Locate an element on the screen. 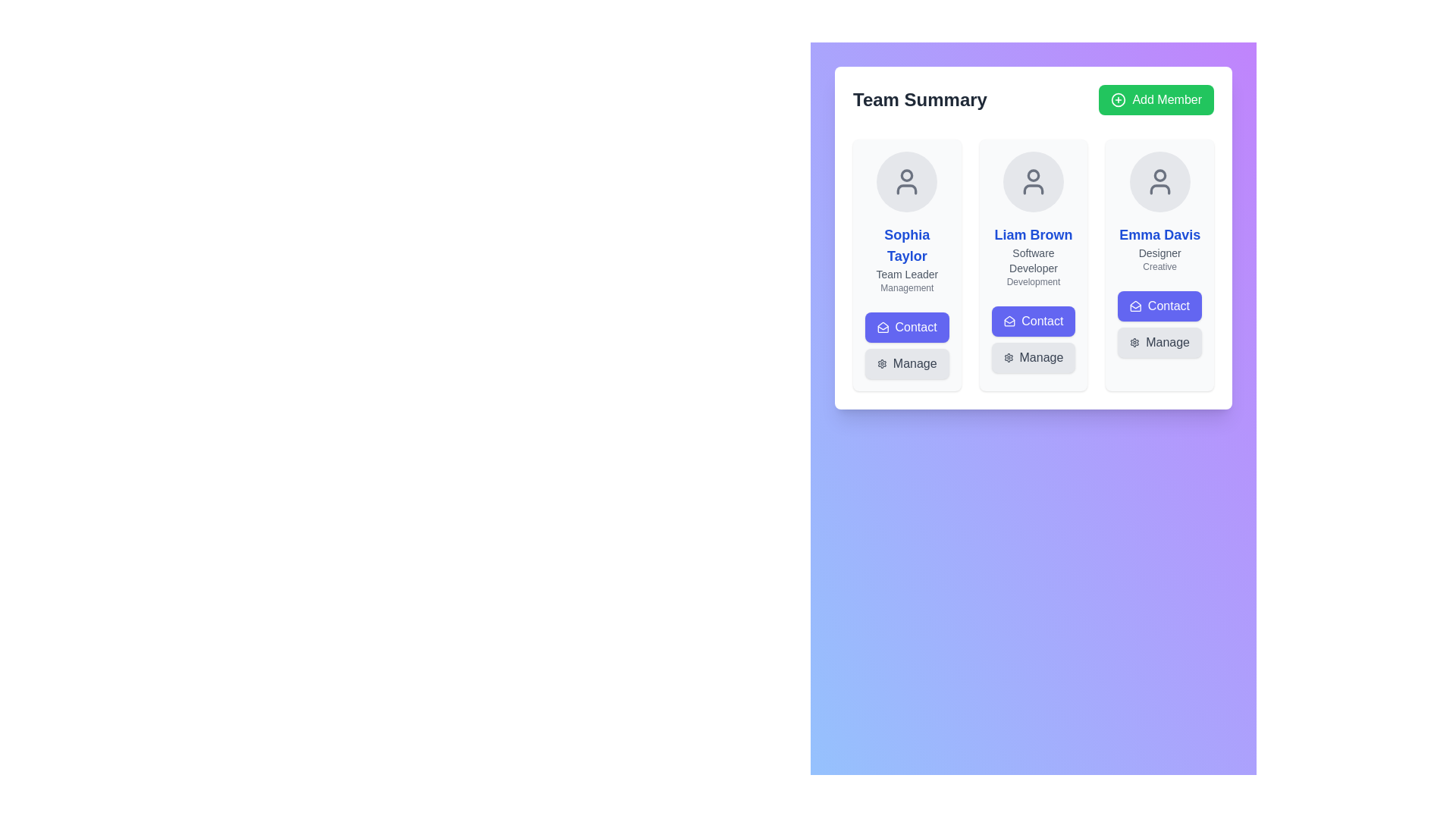 Image resolution: width=1456 pixels, height=819 pixels. the circular user profile icon with a grey background and user silhouette, located above the name 'Liam Brown' and the title 'Software Developer' is located at coordinates (1033, 180).